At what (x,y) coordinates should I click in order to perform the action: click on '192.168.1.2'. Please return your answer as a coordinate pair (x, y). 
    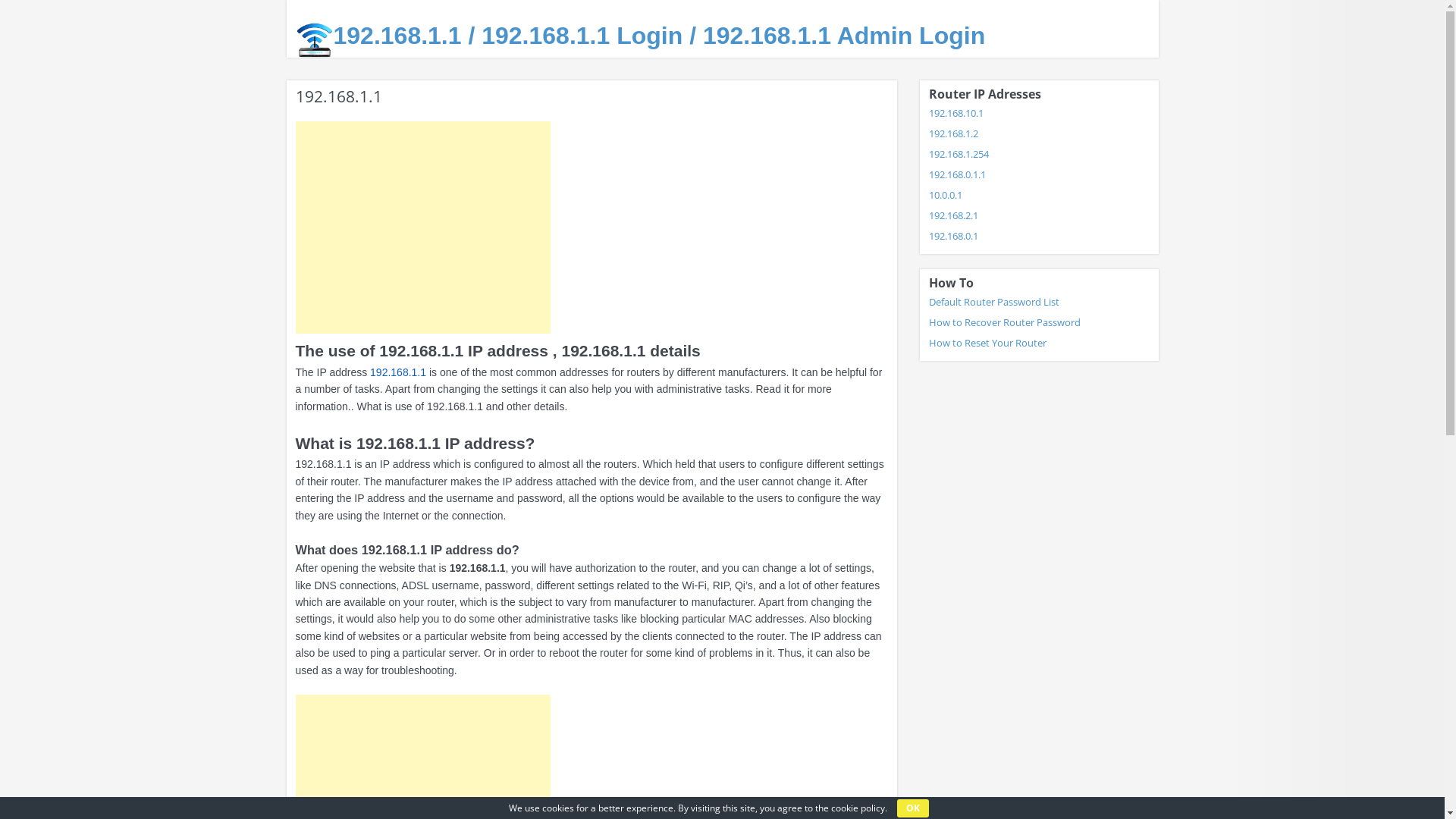
    Looking at the image, I should click on (952, 133).